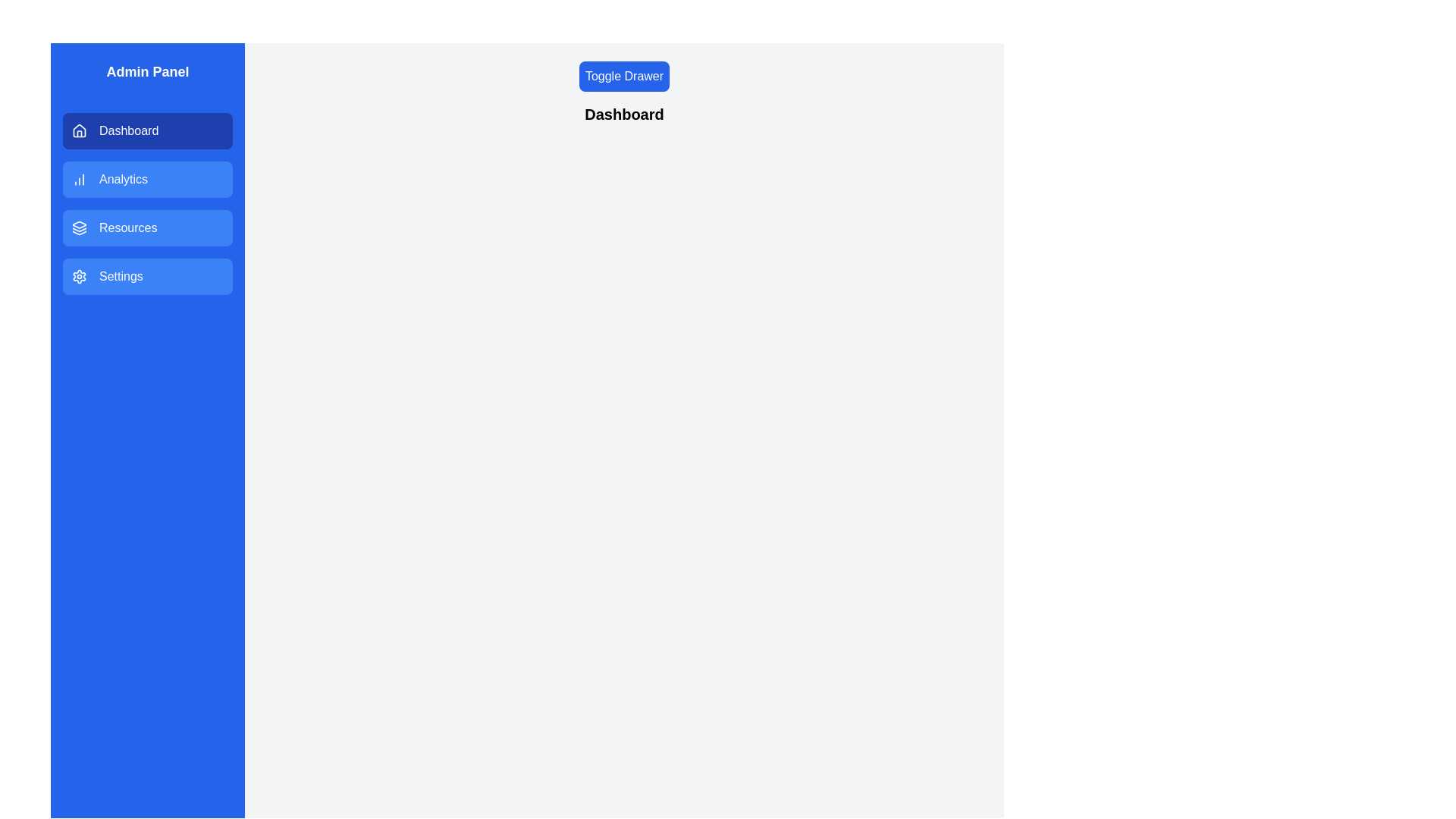 The height and width of the screenshot is (819, 1456). What do you see at coordinates (148, 277) in the screenshot?
I see `the menu section Settings by clicking on its button` at bounding box center [148, 277].